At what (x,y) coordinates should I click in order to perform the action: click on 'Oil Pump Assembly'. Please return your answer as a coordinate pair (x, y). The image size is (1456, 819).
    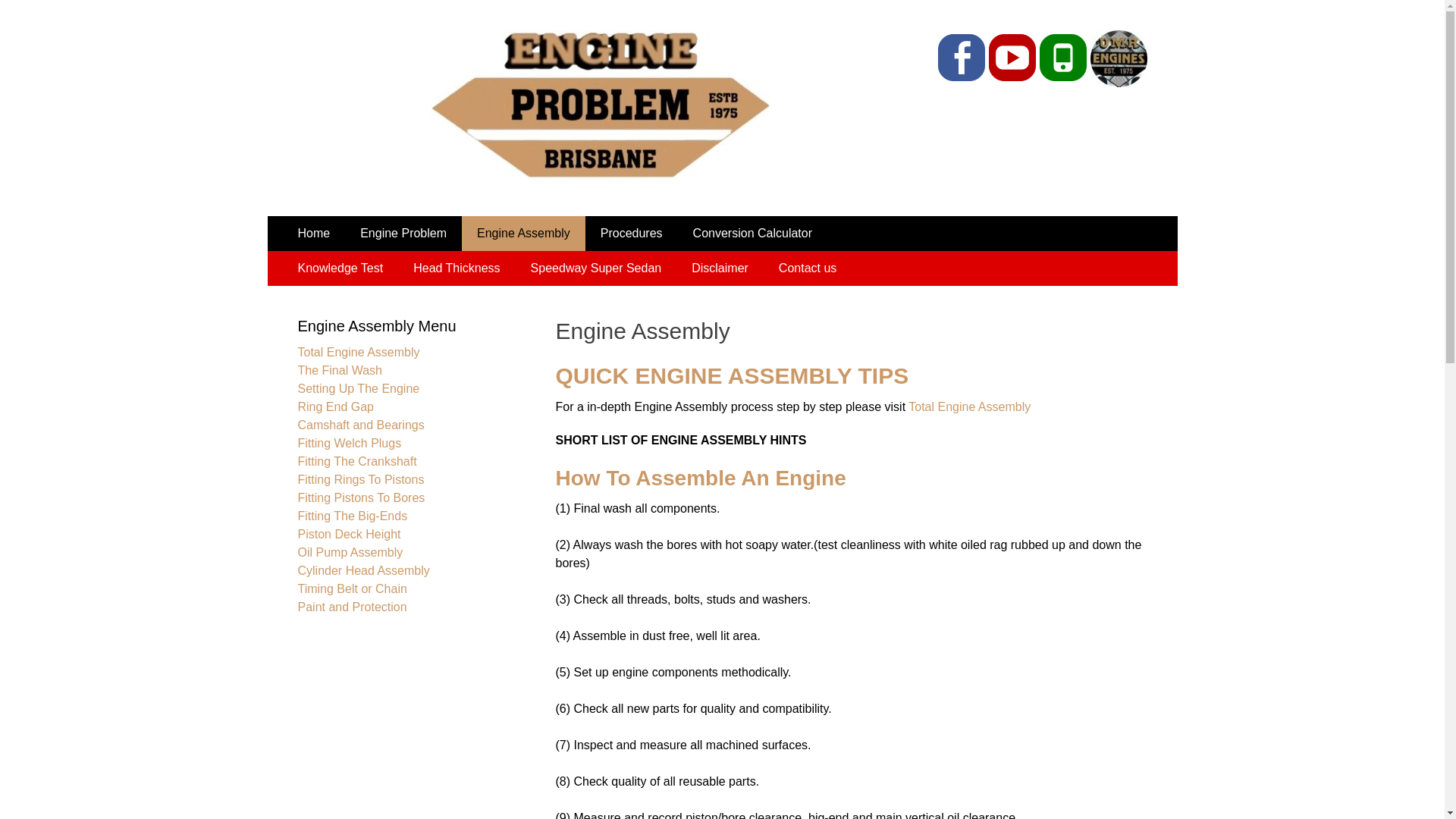
    Looking at the image, I should click on (349, 552).